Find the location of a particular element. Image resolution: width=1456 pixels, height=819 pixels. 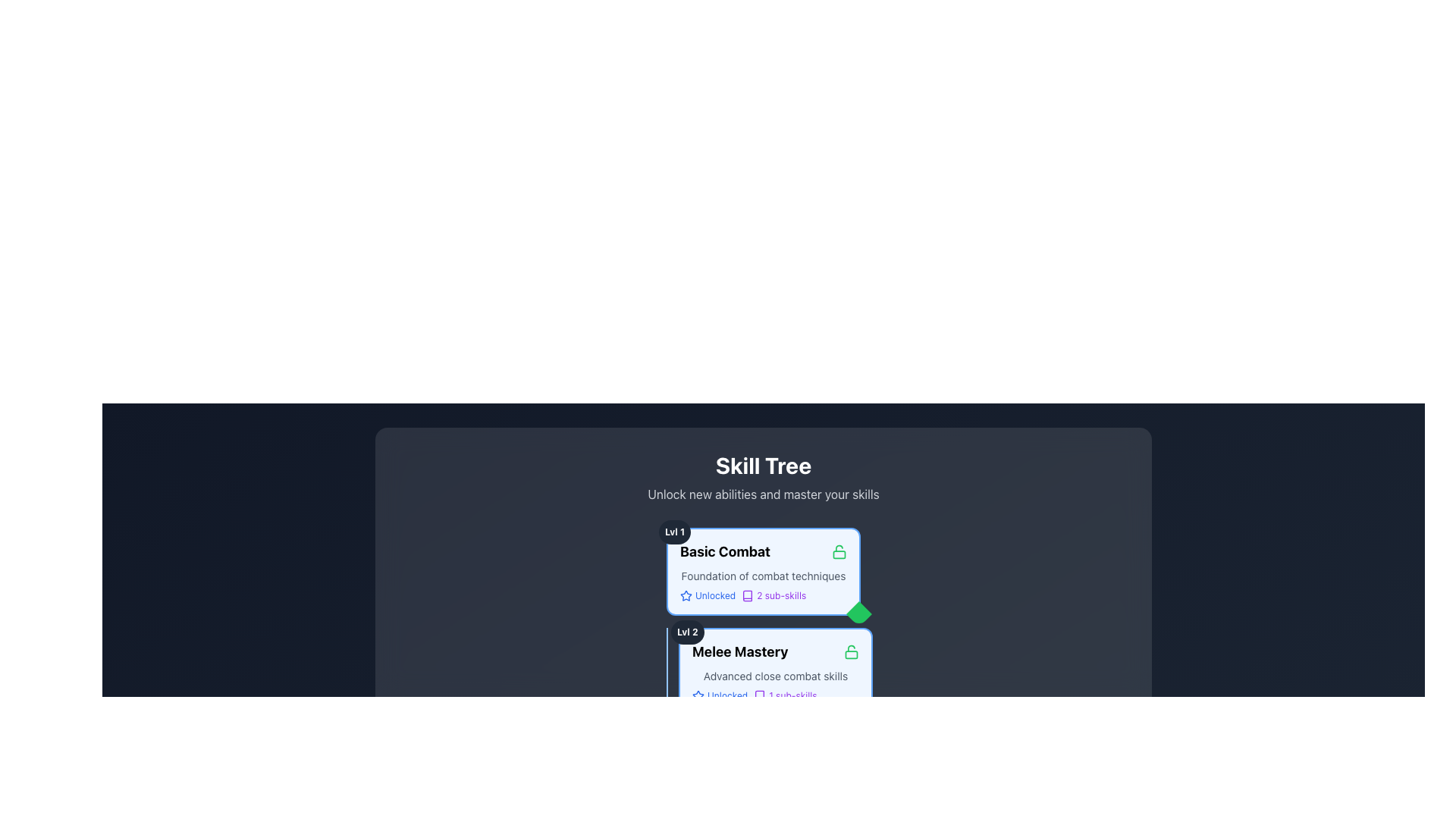

informational text with blue and purple text indicating the status of the 'Melee Mastery' skill, located under the 'Advanced close combat skills' description in the skill tree interface is located at coordinates (775, 696).